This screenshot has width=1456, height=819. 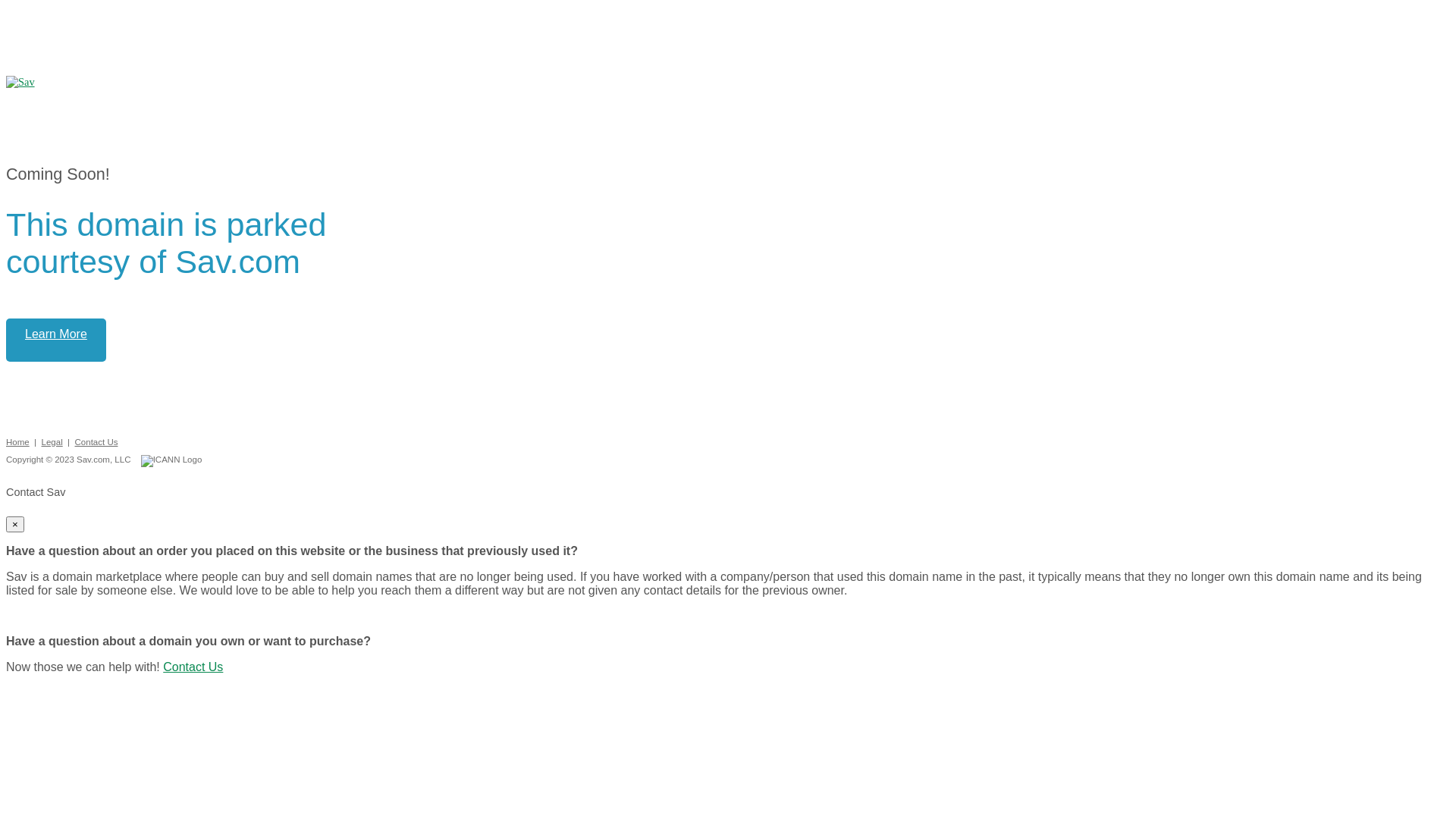 What do you see at coordinates (192, 666) in the screenshot?
I see `'Contact Us'` at bounding box center [192, 666].